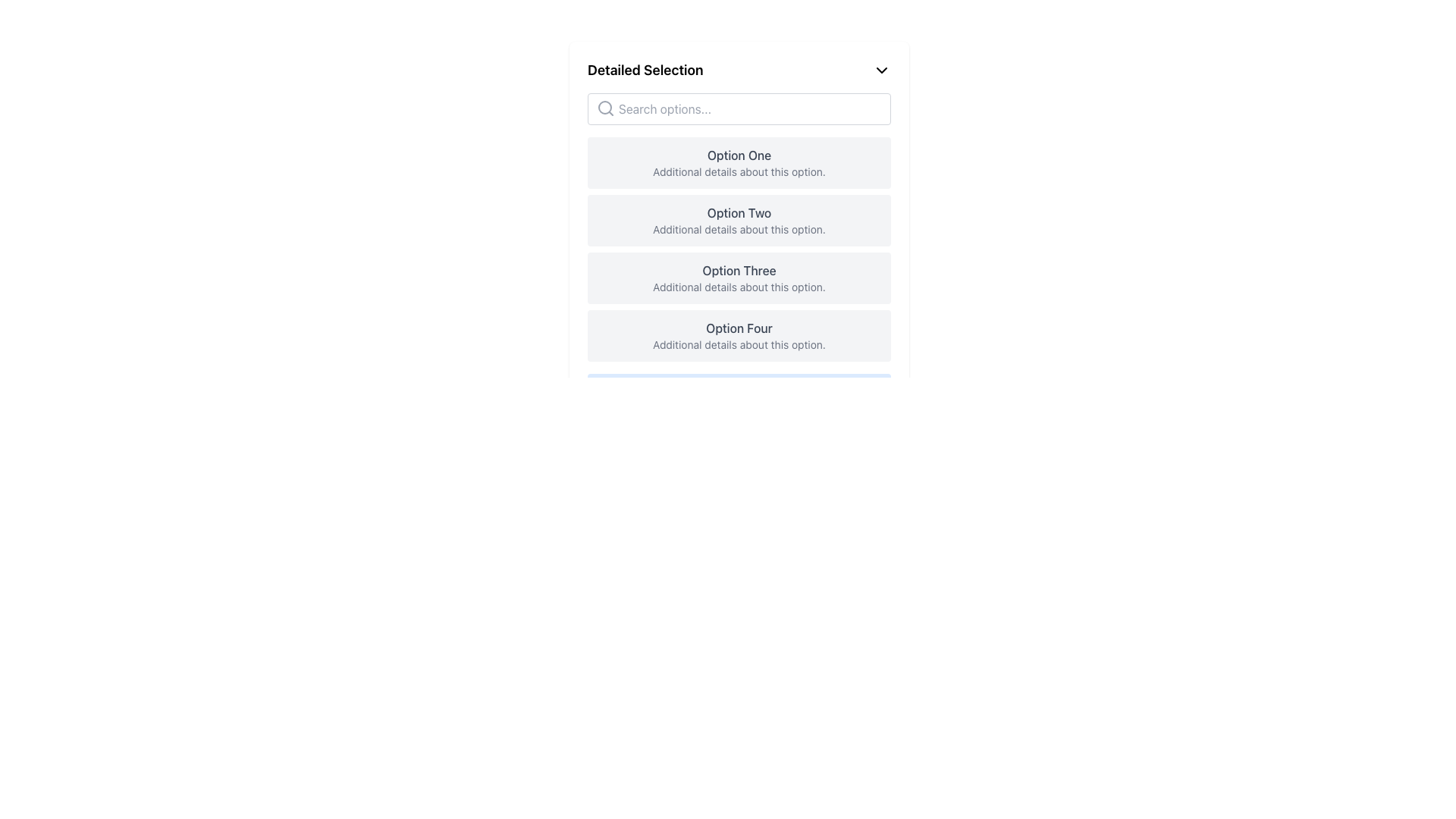  What do you see at coordinates (739, 287) in the screenshot?
I see `the text label that provides supplementary information for 'Option Three', located directly below the option's title in the third position of the list` at bounding box center [739, 287].